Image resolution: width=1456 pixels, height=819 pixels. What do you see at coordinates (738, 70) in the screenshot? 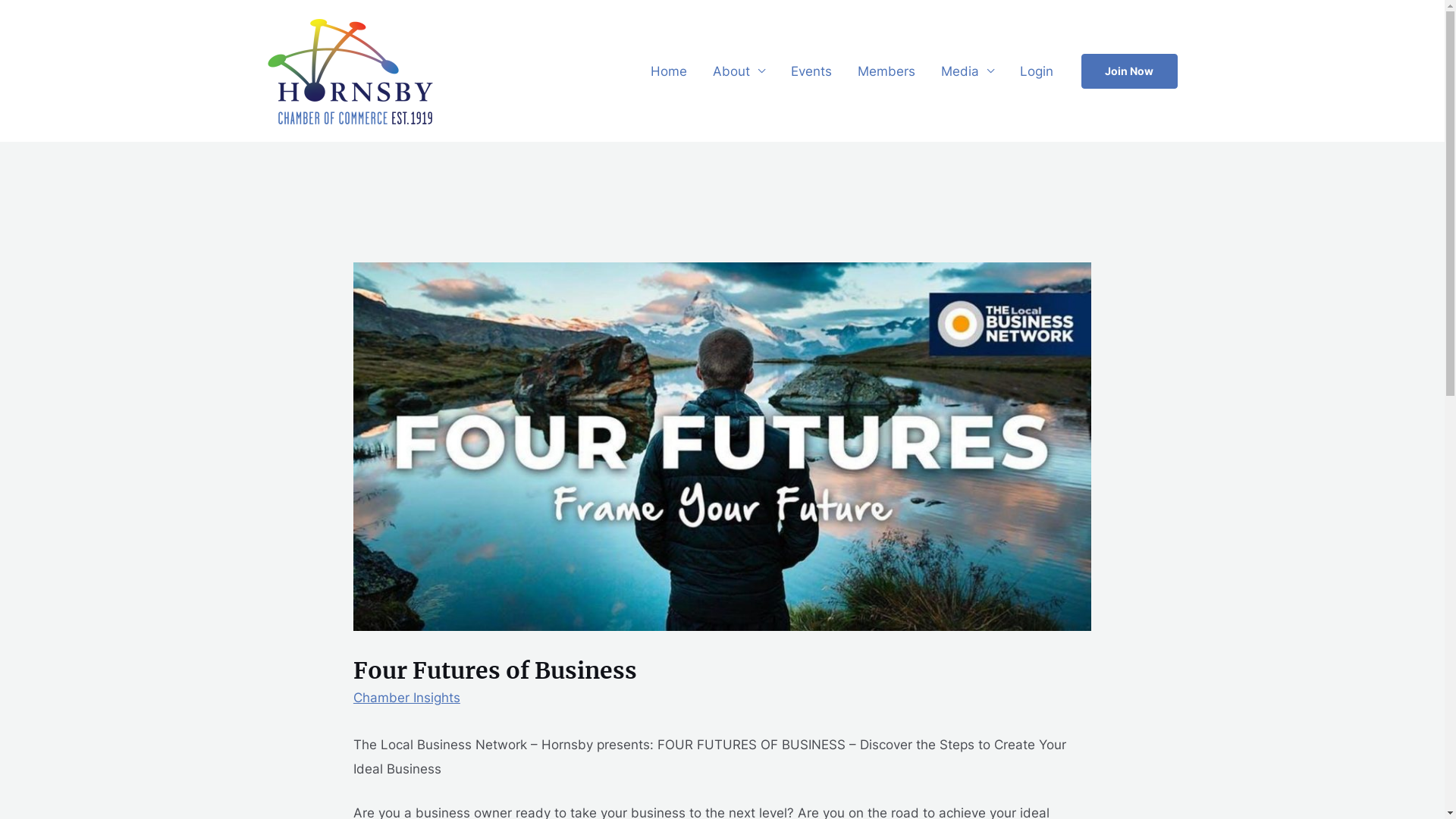
I see `'About'` at bounding box center [738, 70].